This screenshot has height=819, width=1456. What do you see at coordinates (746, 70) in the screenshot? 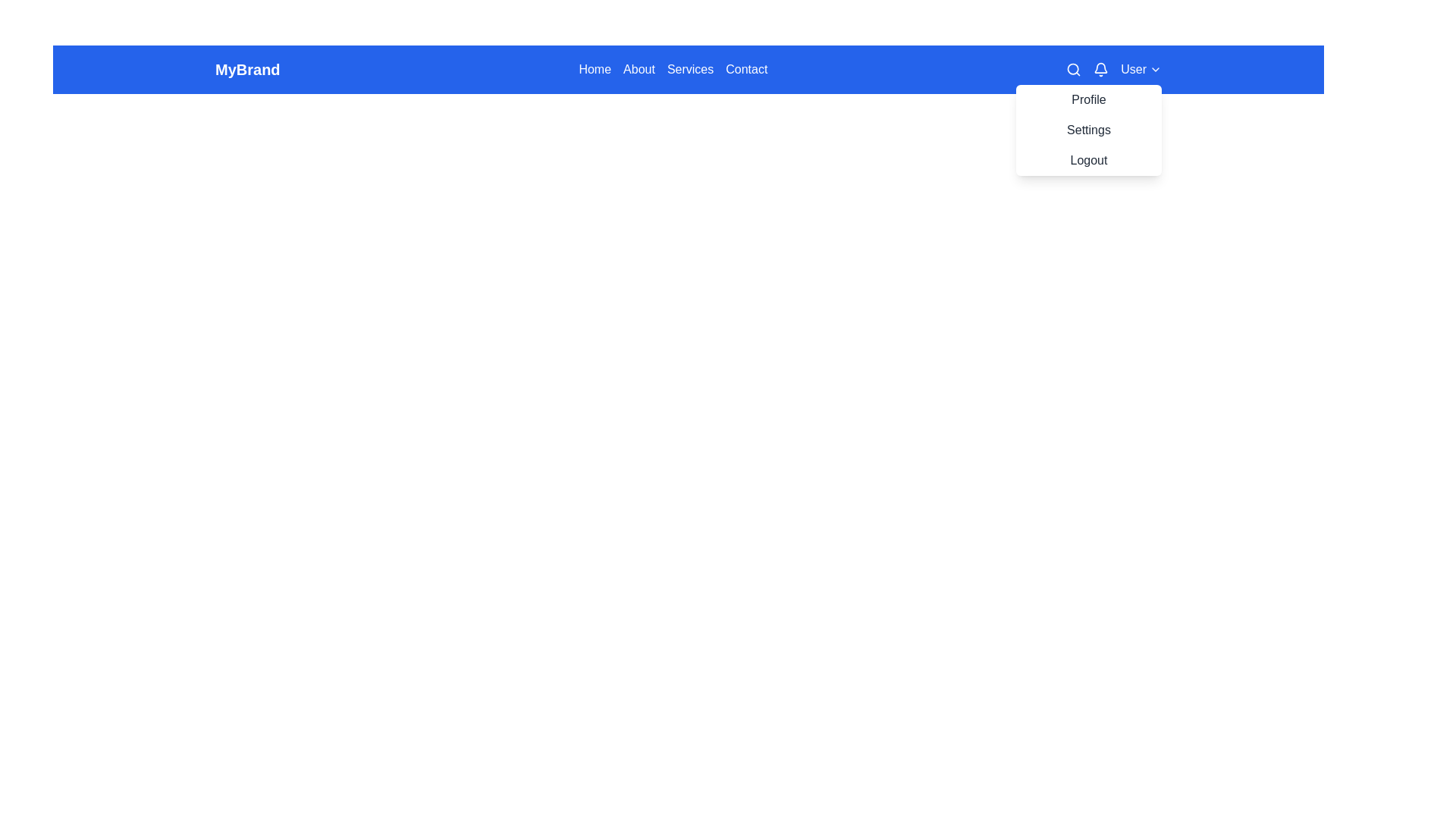
I see `the text link labeled 'Contact' in the top-right navigation menu` at bounding box center [746, 70].